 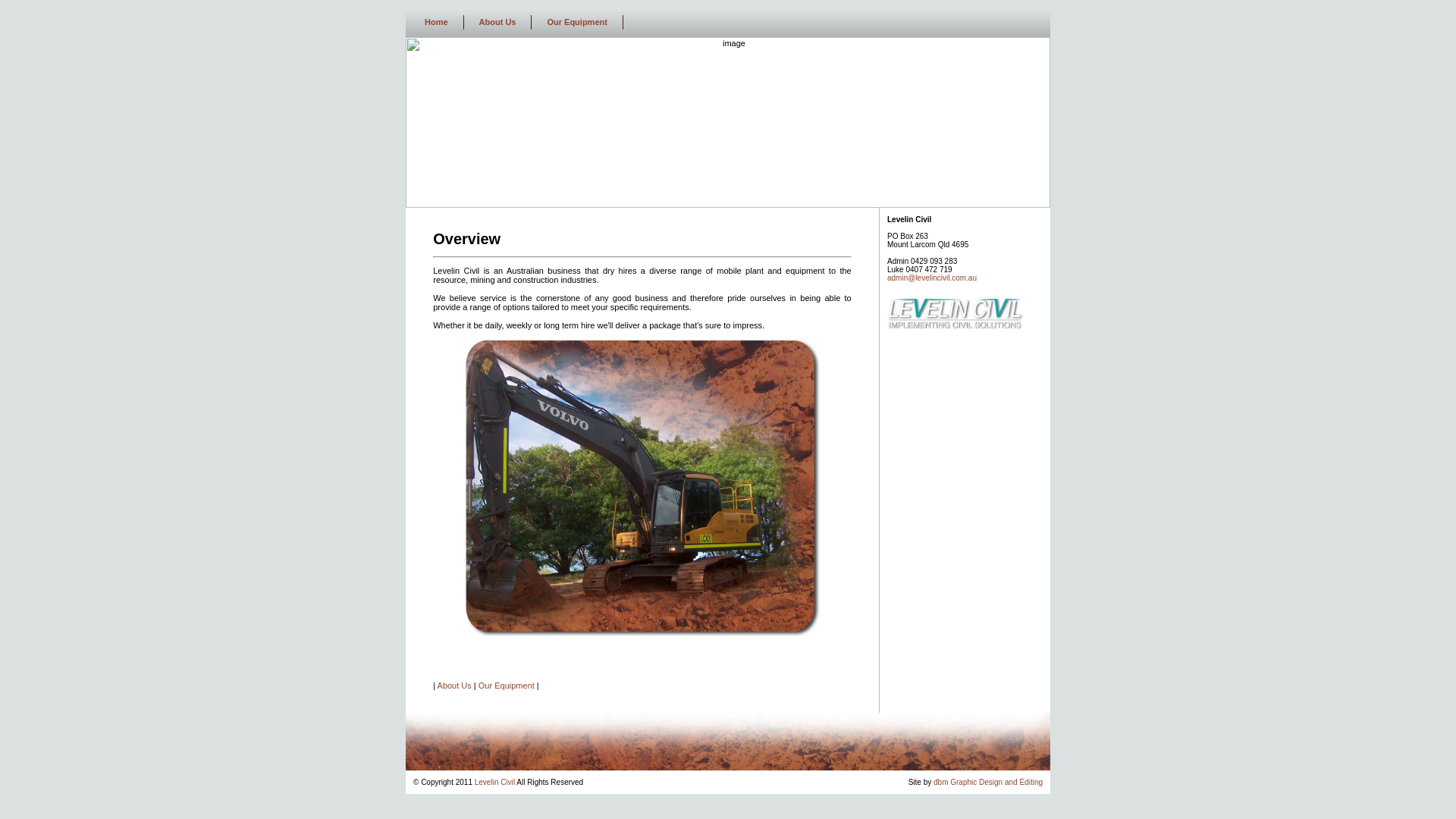 I want to click on 'admin@levelincivil.com.au', so click(x=930, y=278).